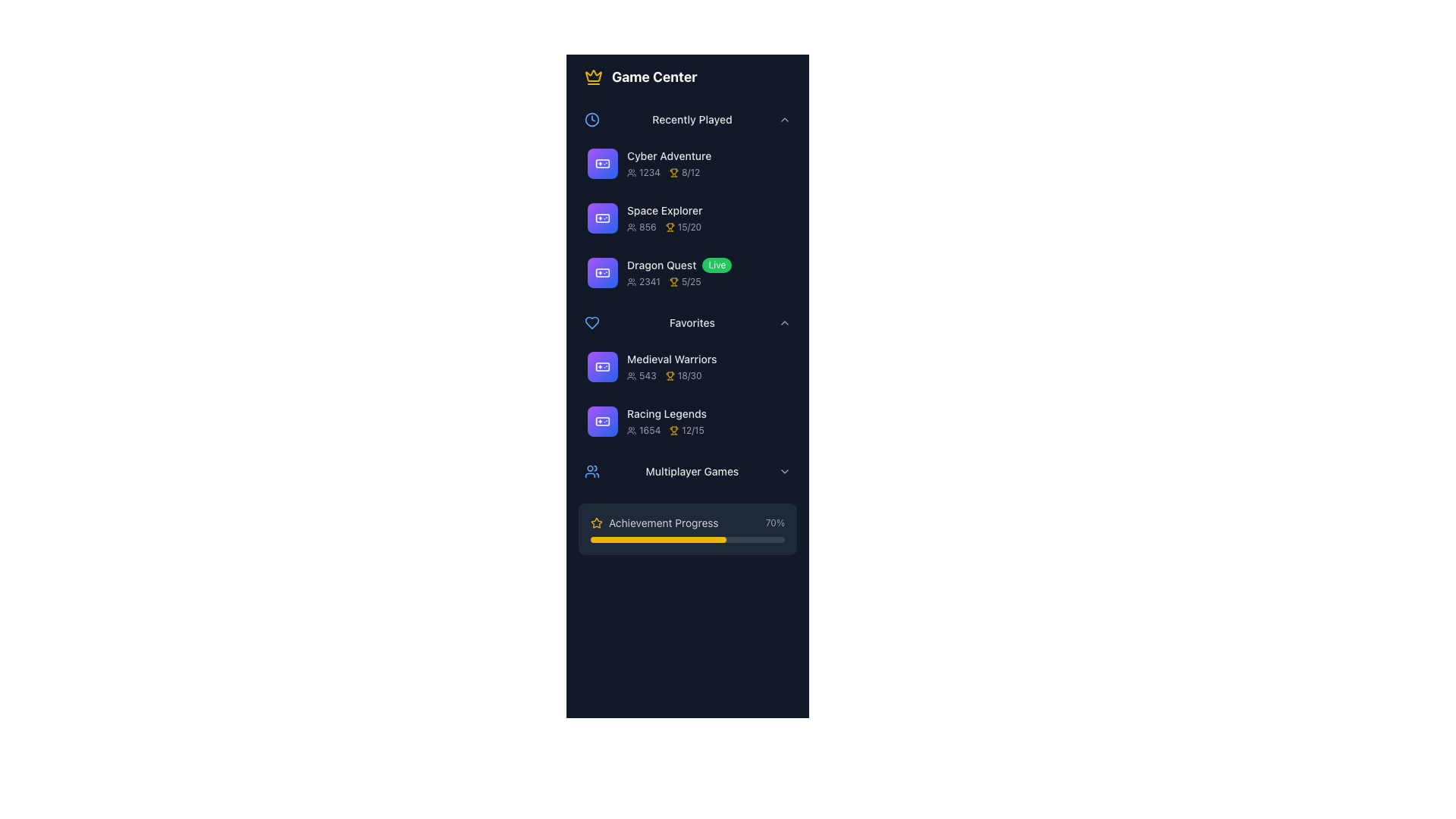  What do you see at coordinates (642, 375) in the screenshot?
I see `the text and icon element displaying '543' in light gray font, which represents a group of people and is located at the top-left corner of the 'Medieval Warriors' list item` at bounding box center [642, 375].